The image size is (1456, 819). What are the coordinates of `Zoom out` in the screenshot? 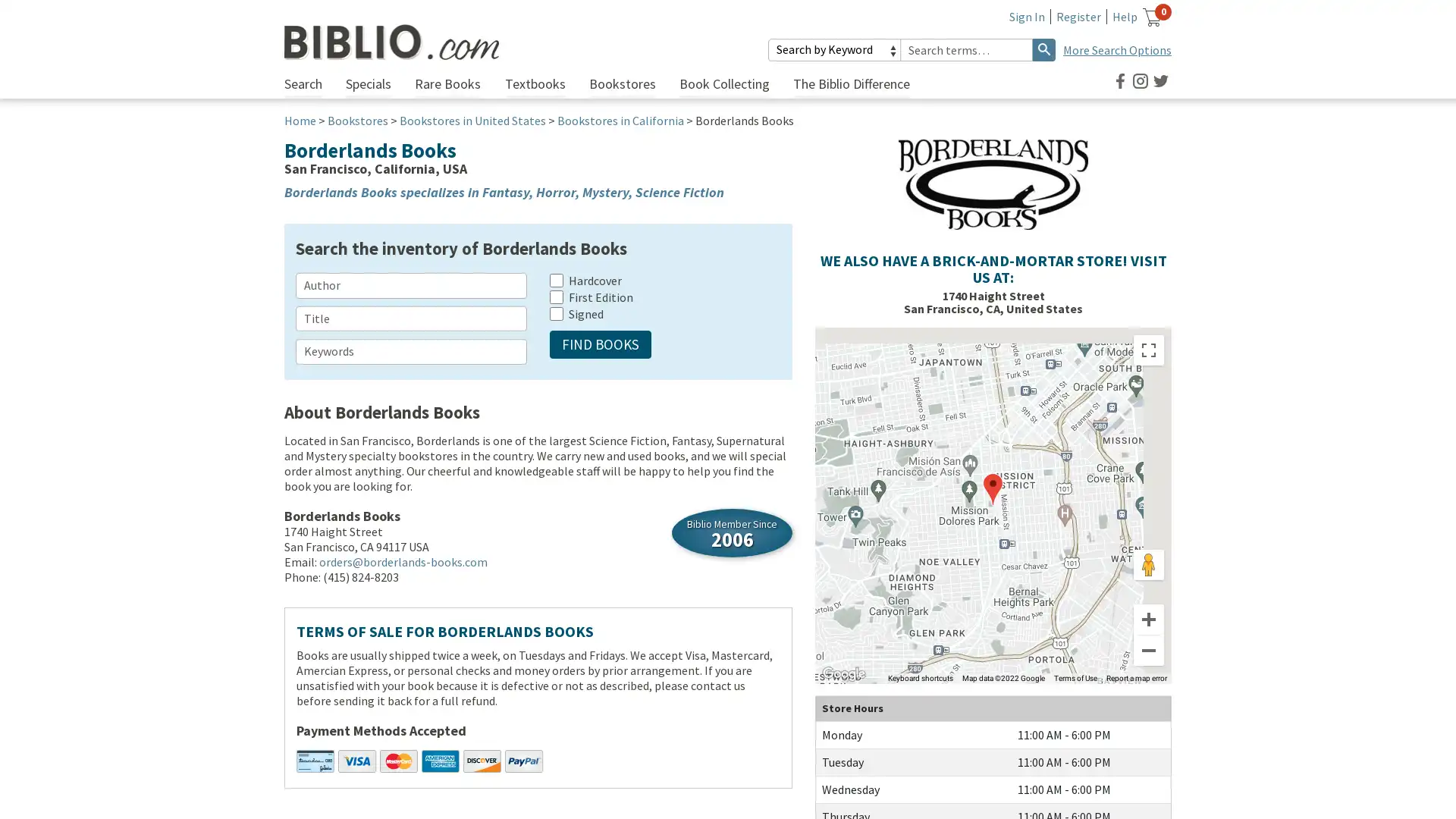 It's located at (1149, 649).